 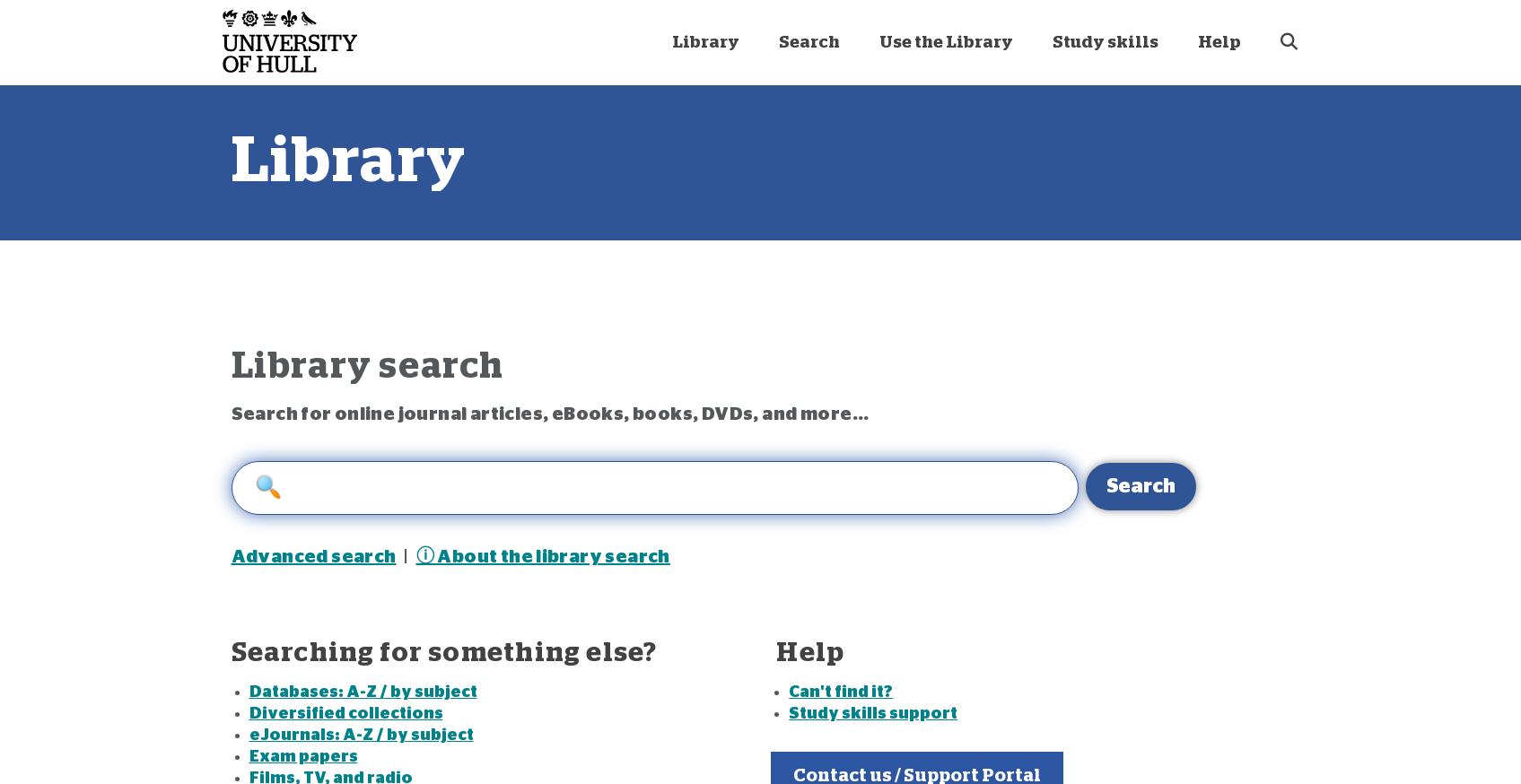 What do you see at coordinates (996, 194) in the screenshot?
I see `'Managing your reading at University [On campus]'` at bounding box center [996, 194].